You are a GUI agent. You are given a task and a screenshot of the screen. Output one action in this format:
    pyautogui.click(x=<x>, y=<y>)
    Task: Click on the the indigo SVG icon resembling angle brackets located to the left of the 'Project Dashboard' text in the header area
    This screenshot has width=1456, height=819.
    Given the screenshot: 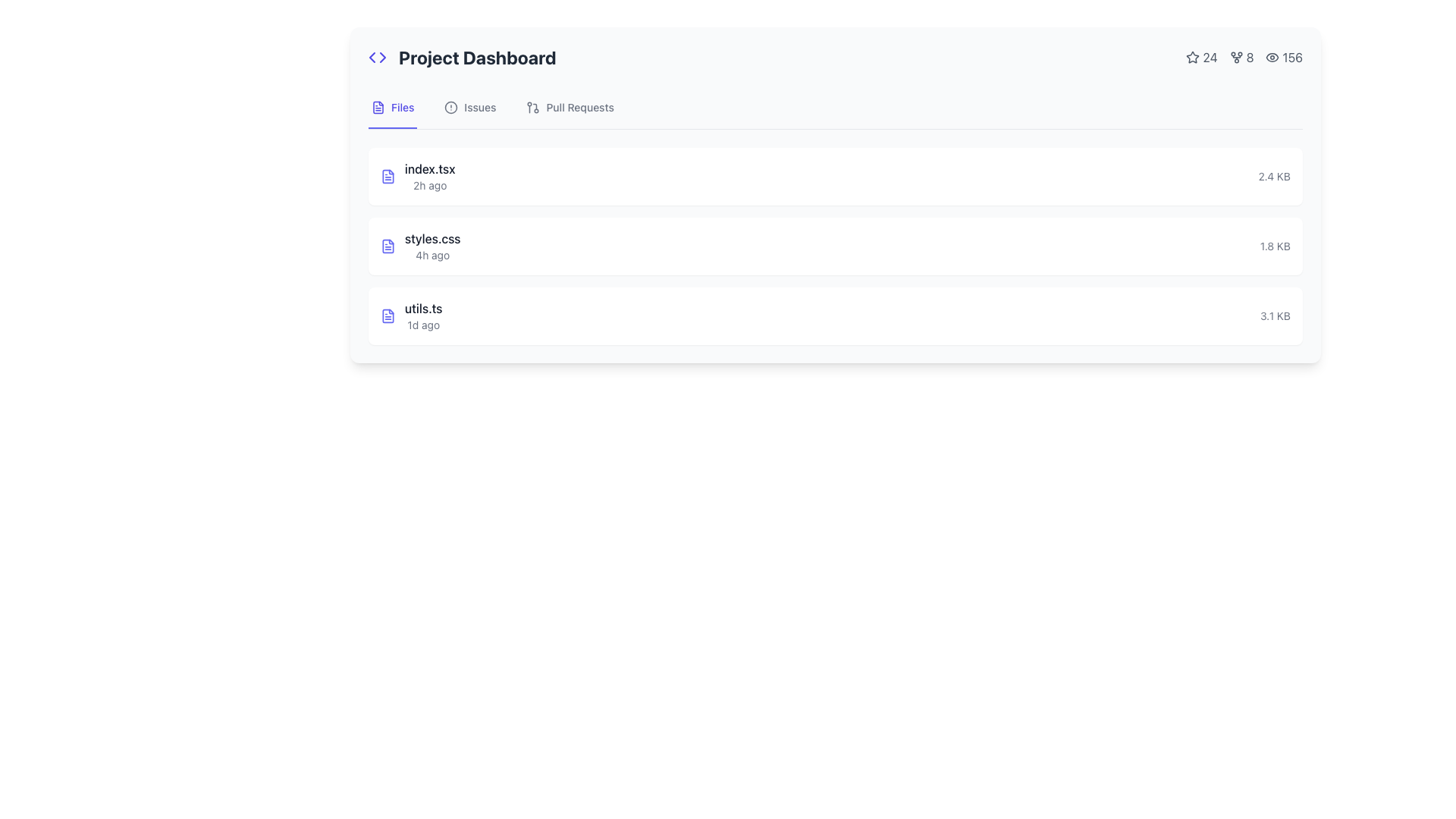 What is the action you would take?
    pyautogui.click(x=378, y=57)
    